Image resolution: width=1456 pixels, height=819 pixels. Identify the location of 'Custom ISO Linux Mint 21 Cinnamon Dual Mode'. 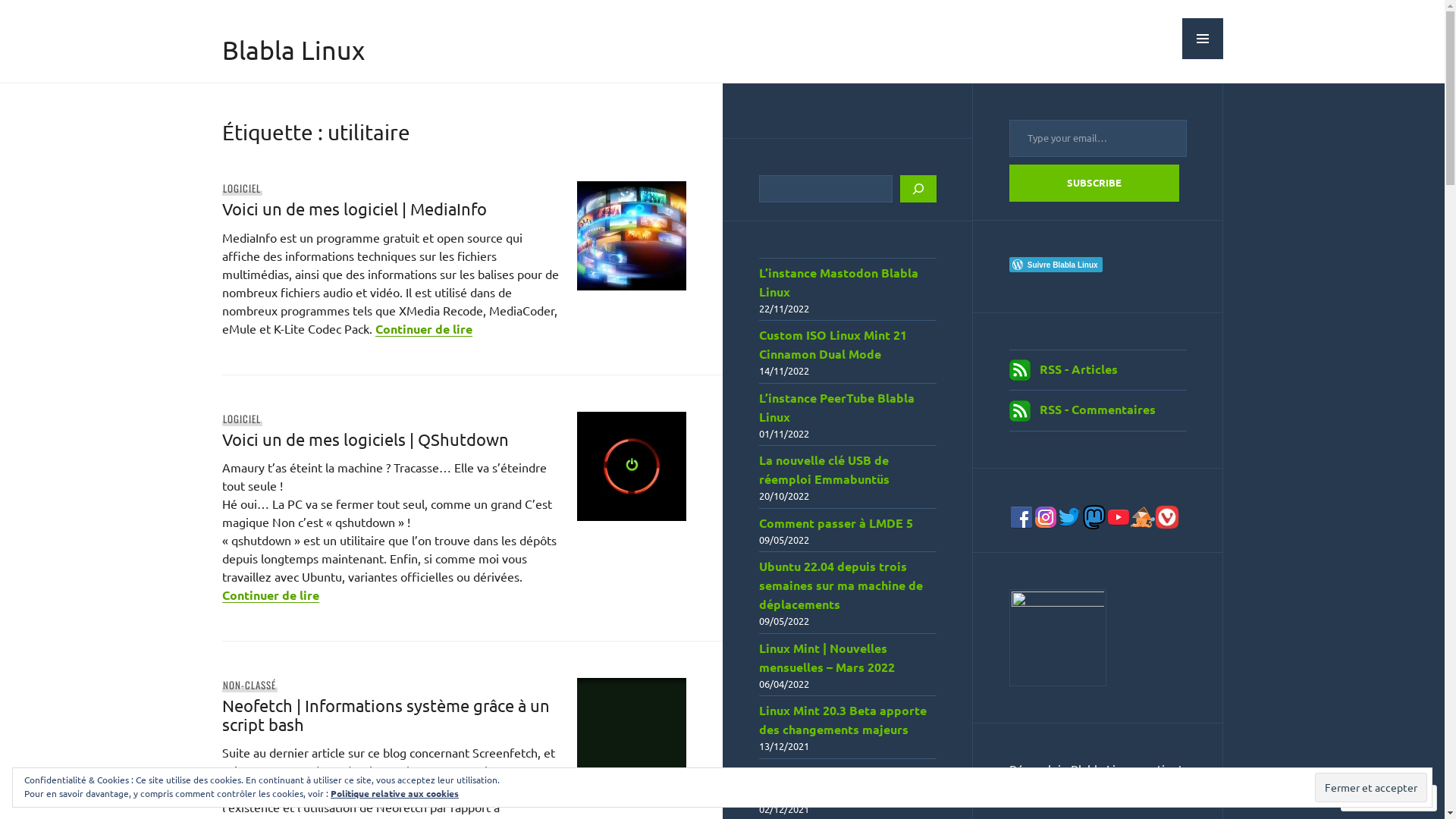
(831, 344).